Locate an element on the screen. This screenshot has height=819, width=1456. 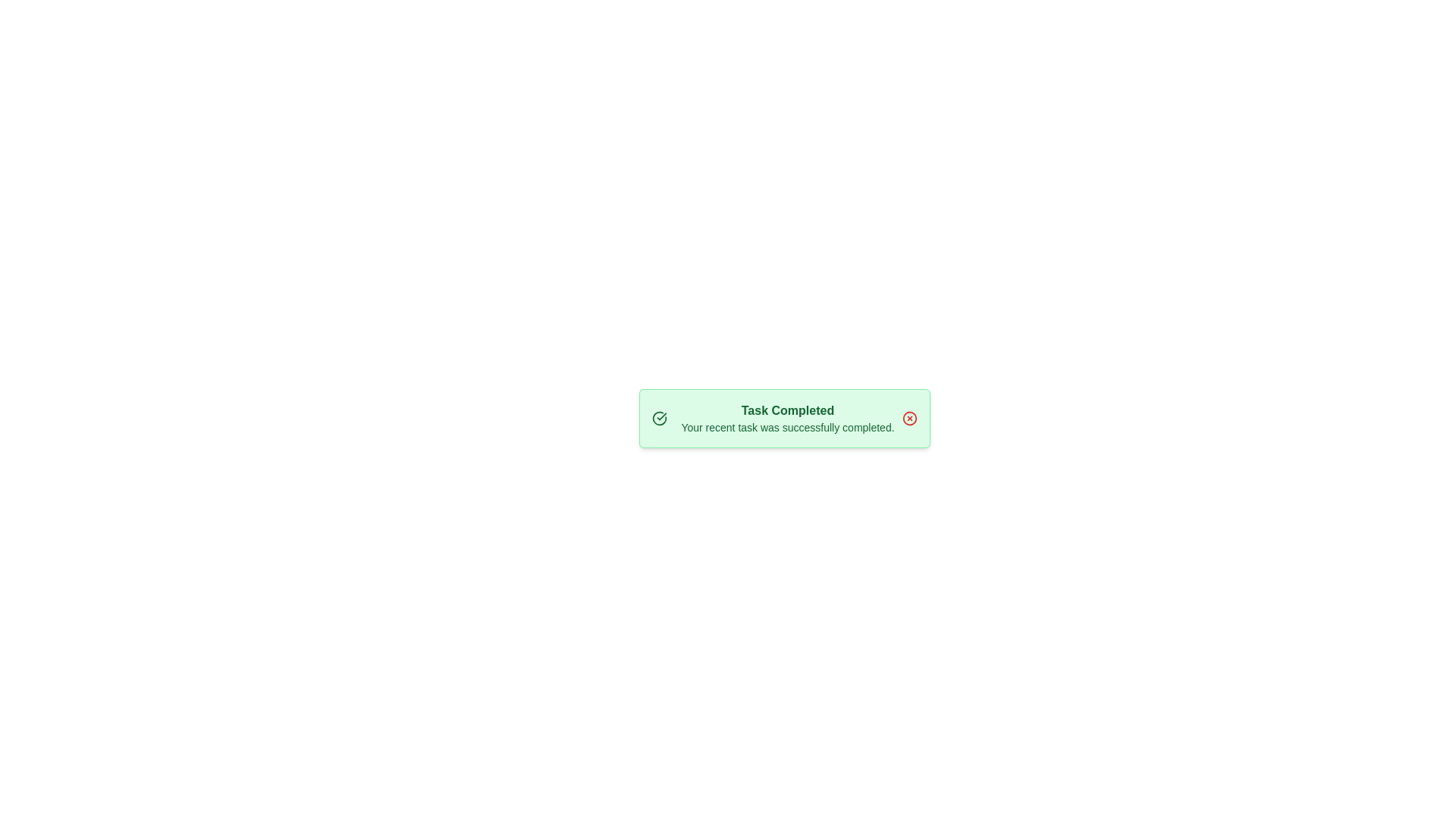
close button to dismiss the notification is located at coordinates (910, 418).